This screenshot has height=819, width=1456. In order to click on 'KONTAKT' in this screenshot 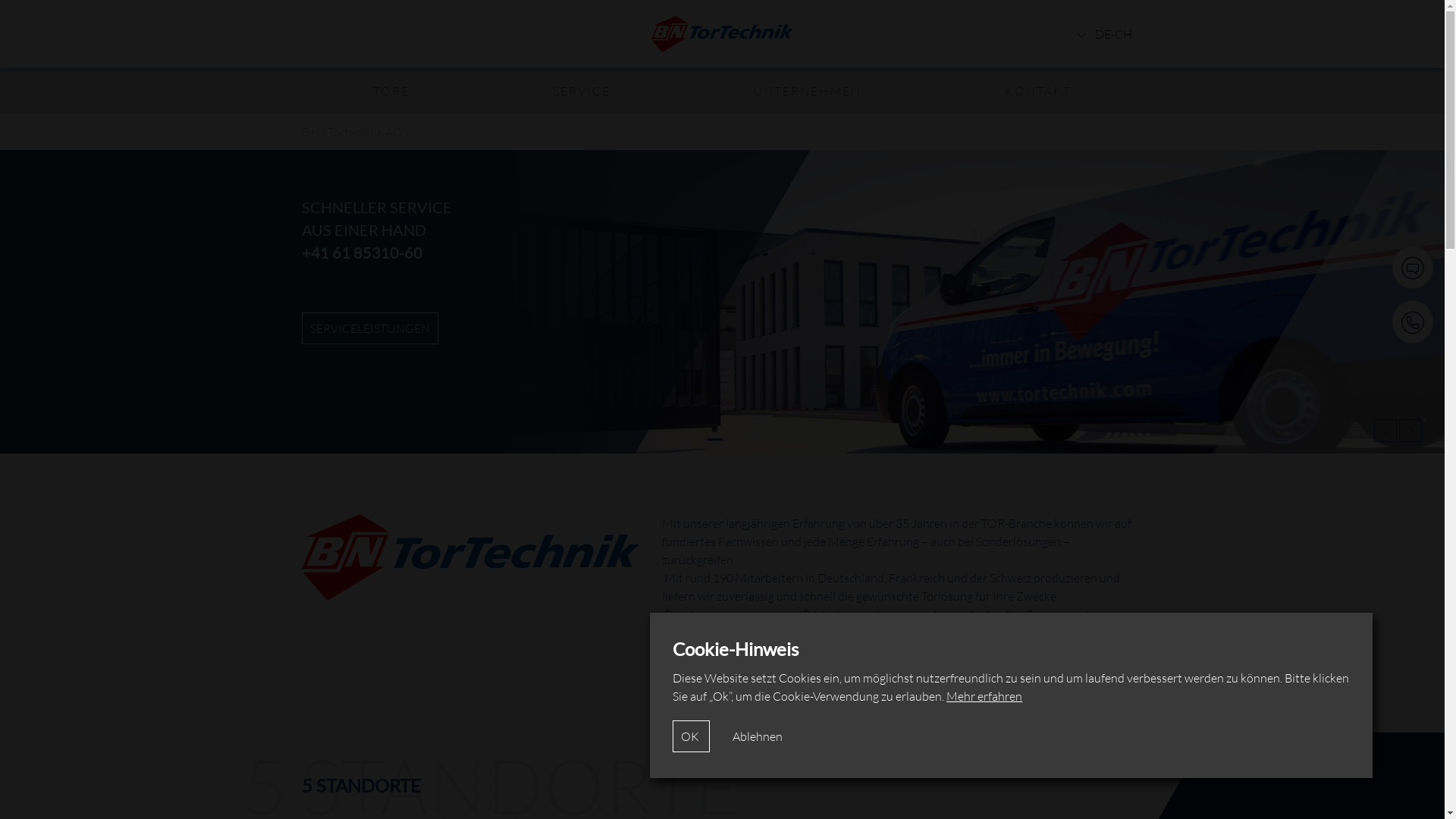, I will do `click(1037, 90)`.